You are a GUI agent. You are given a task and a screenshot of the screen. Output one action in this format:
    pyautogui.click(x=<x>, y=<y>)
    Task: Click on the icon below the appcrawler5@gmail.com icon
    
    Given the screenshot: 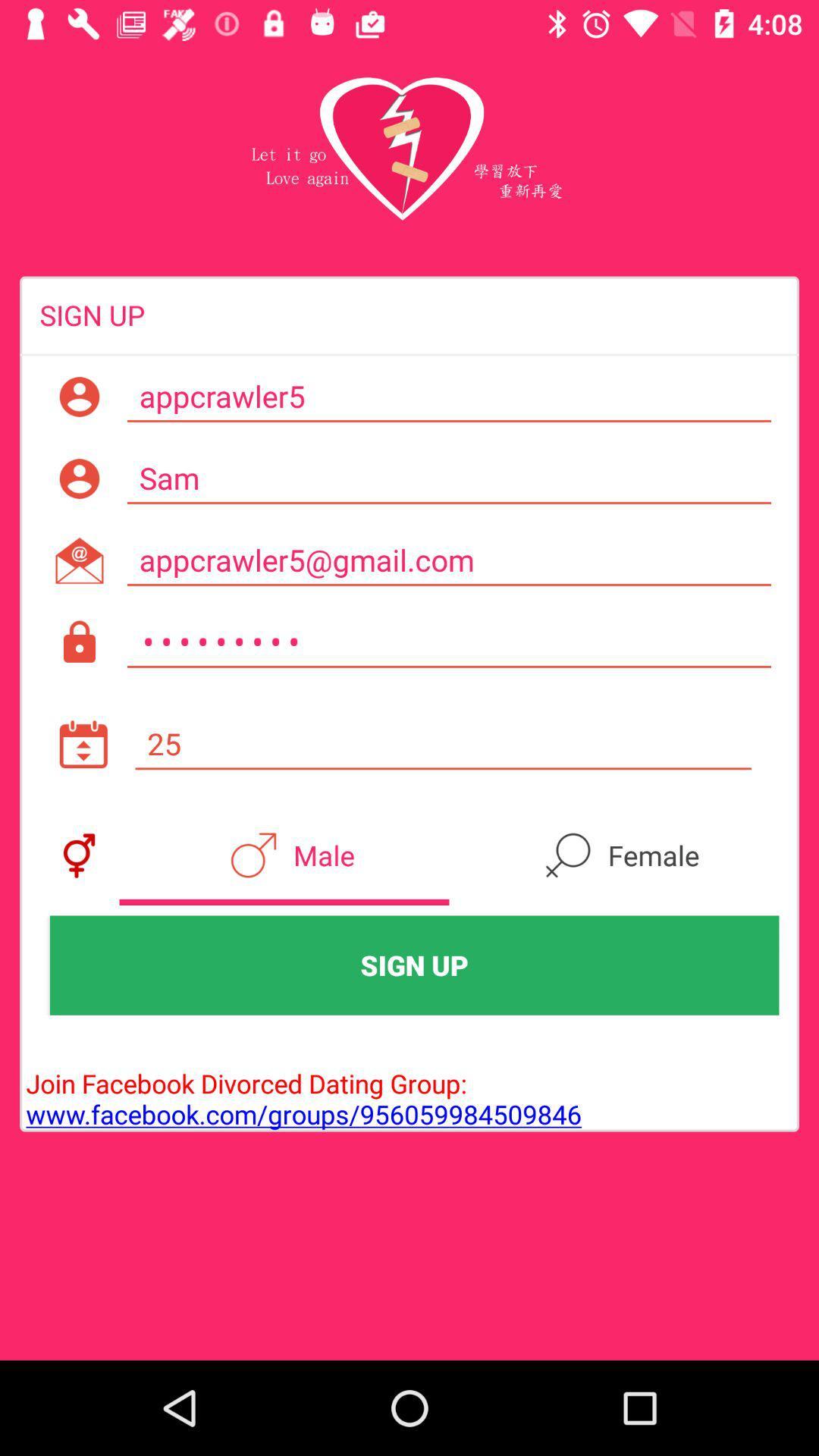 What is the action you would take?
    pyautogui.click(x=448, y=642)
    